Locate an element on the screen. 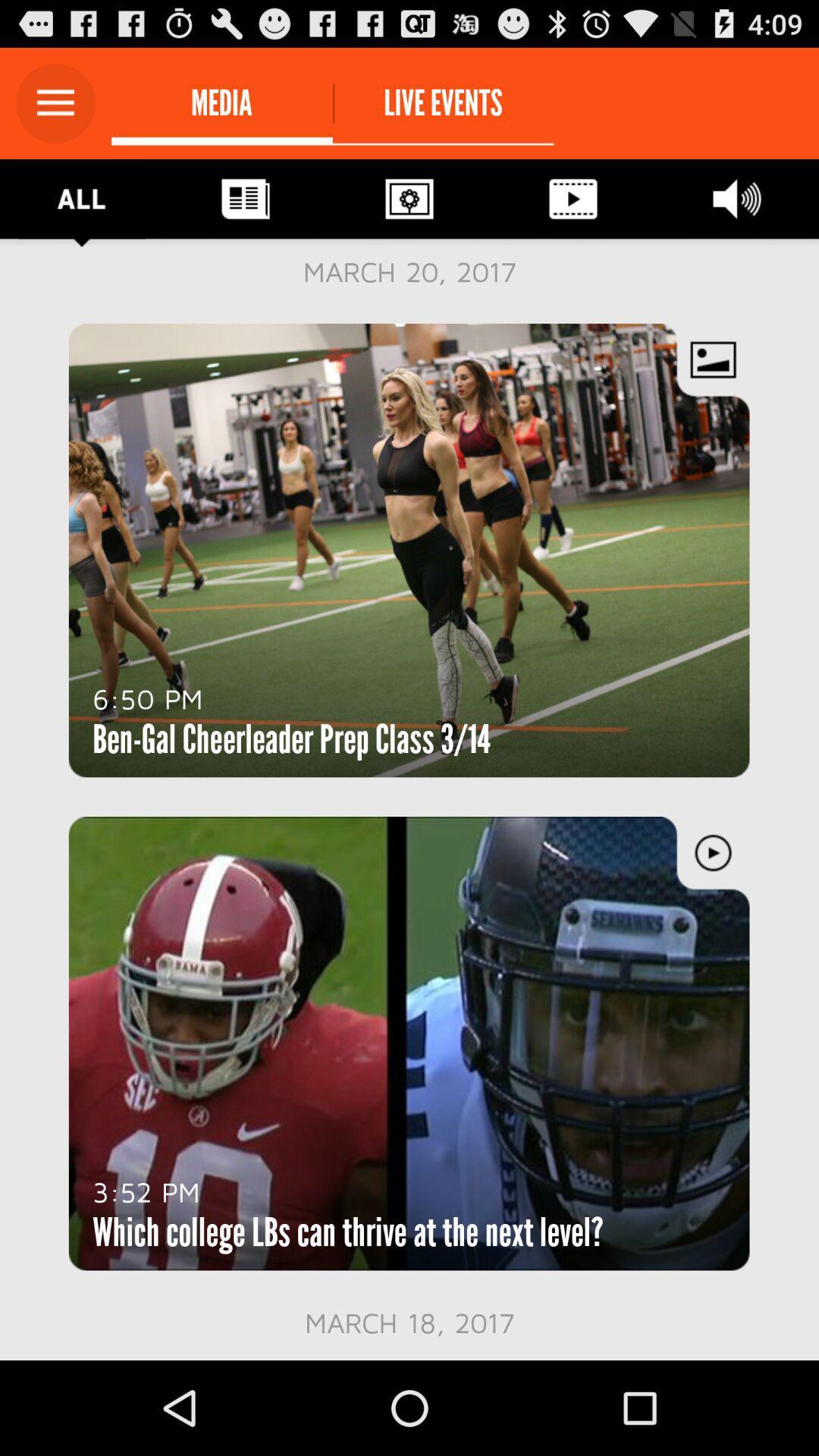  the item above march 18, 2017 is located at coordinates (348, 1232).